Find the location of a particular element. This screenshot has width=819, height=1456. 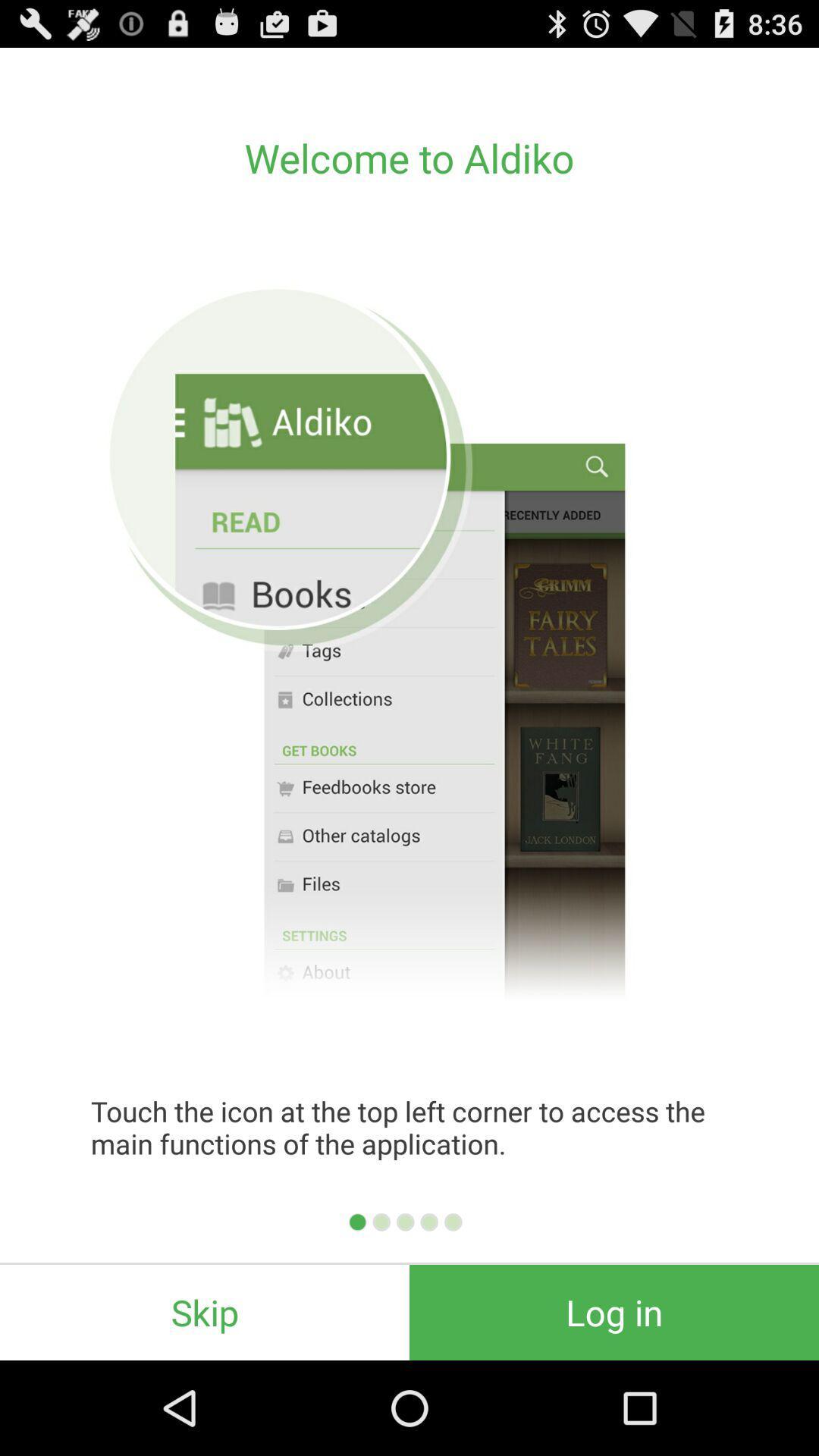

the icon next to log in item is located at coordinates (205, 1312).